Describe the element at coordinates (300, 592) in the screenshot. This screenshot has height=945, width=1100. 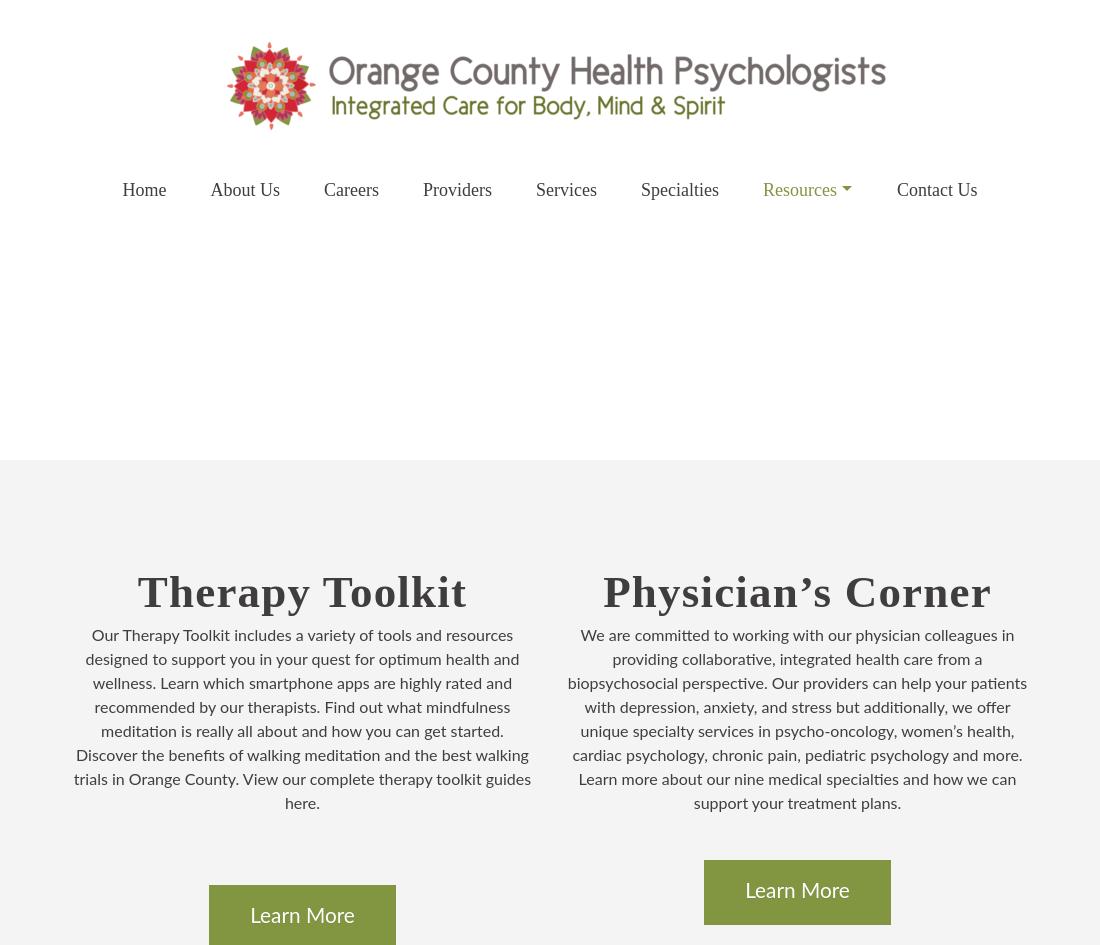
I see `'Therapy Toolkit'` at that location.